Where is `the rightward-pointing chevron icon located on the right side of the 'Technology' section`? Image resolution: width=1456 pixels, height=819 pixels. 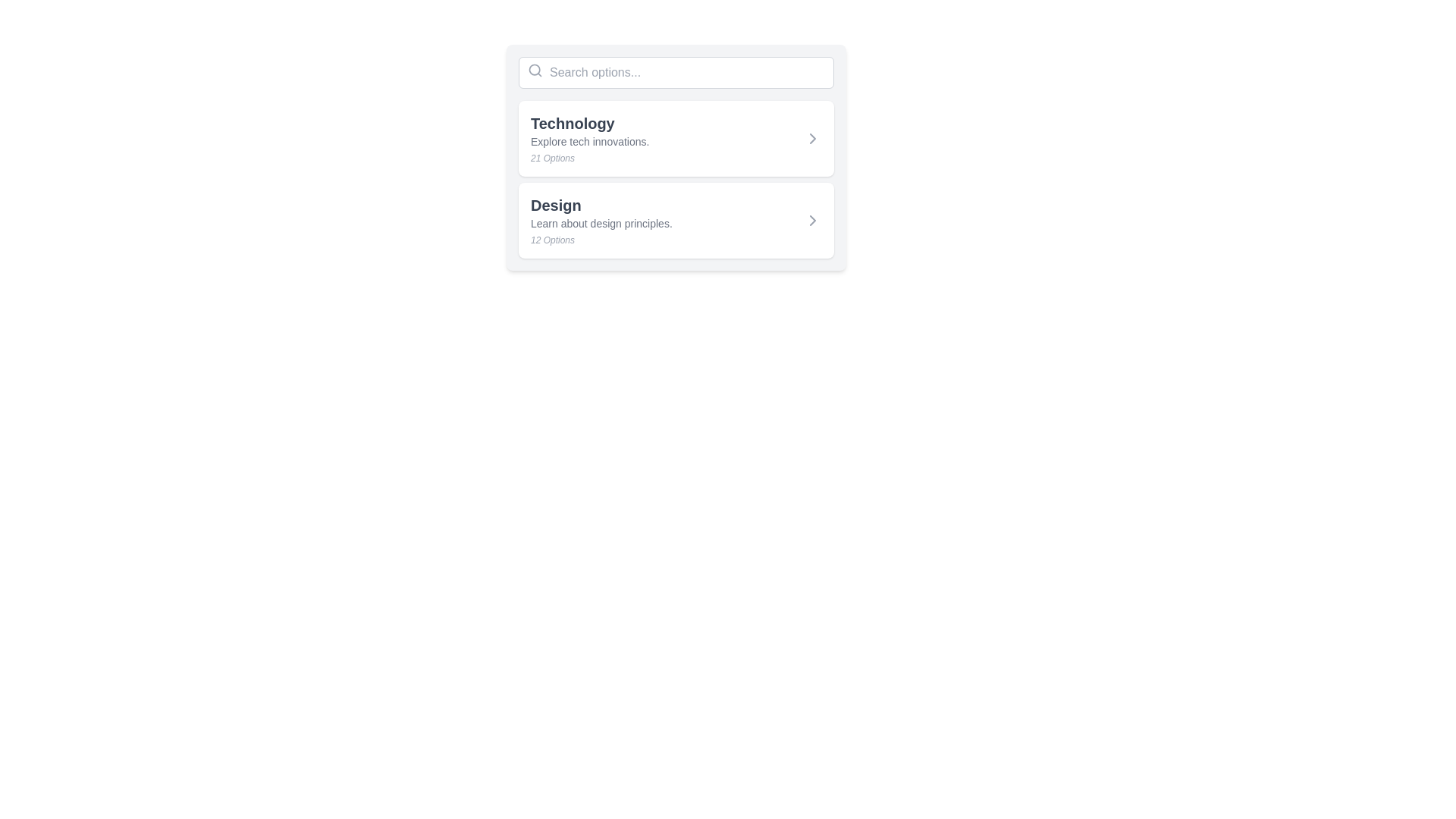 the rightward-pointing chevron icon located on the right side of the 'Technology' section is located at coordinates (811, 138).